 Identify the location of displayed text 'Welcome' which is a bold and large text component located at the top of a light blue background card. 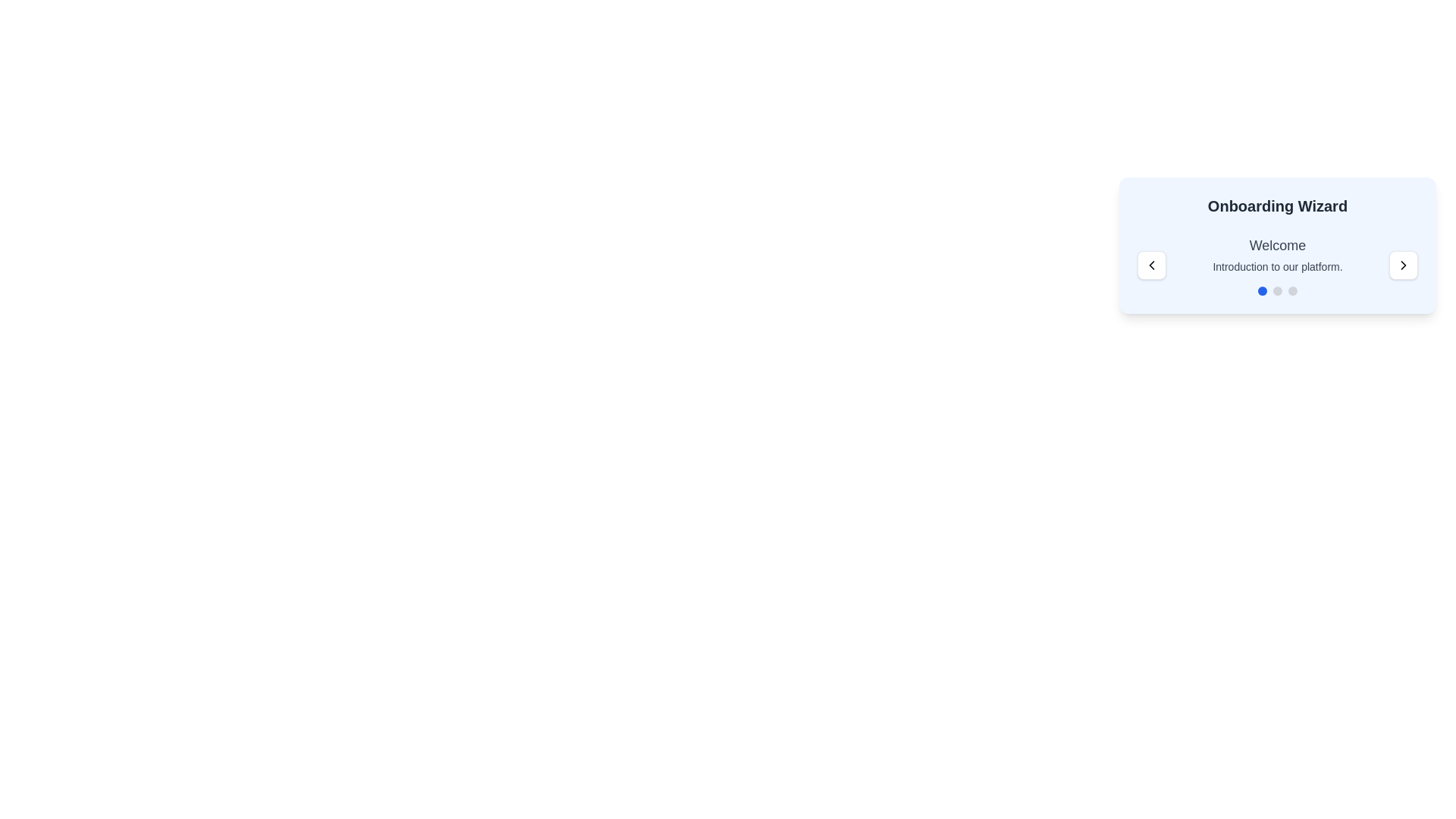
(1276, 245).